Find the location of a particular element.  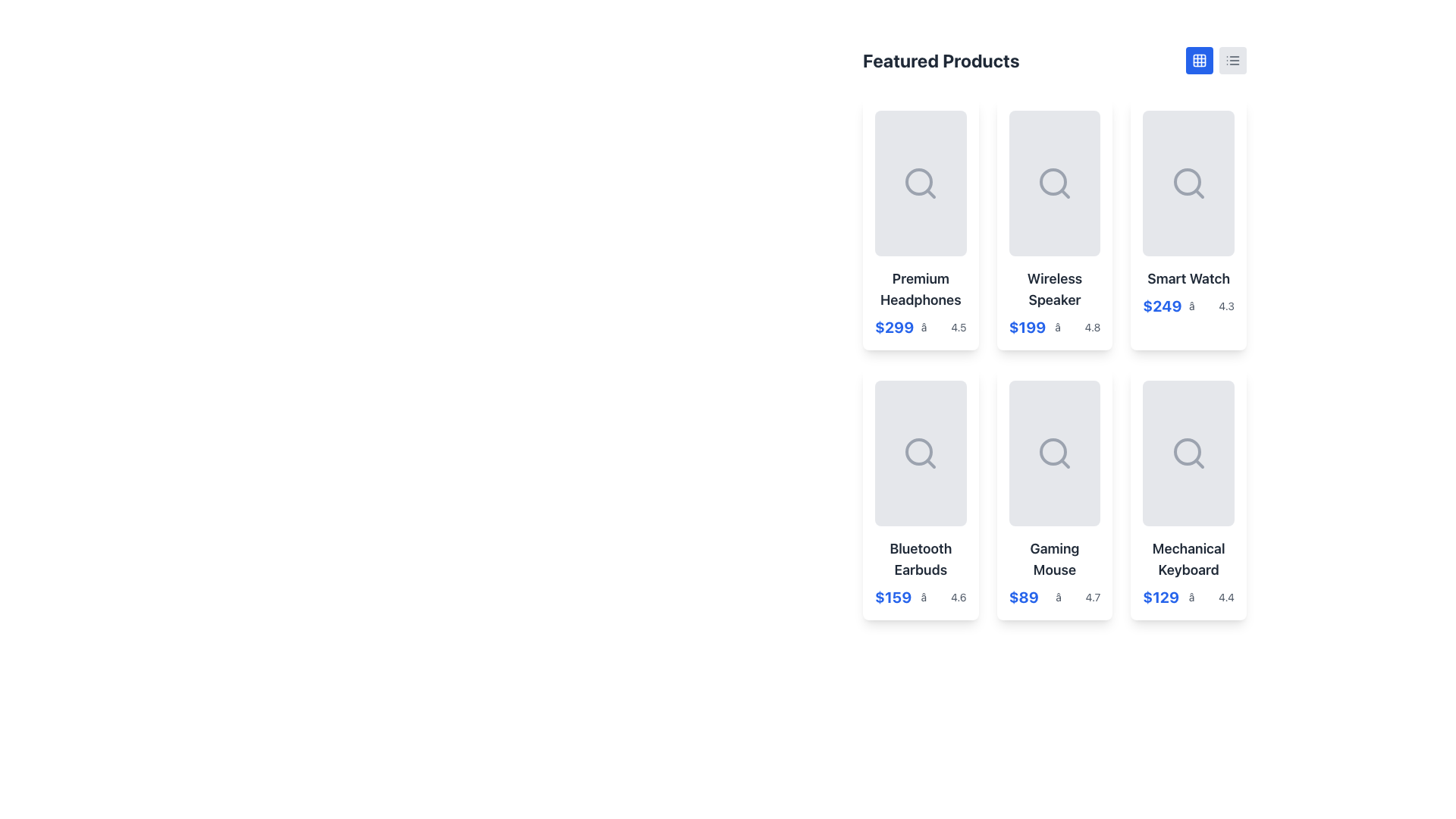

the text label displaying the price '$249', which is prominently shown in bold blue font below the product title 'Smart Watch' is located at coordinates (1161, 306).